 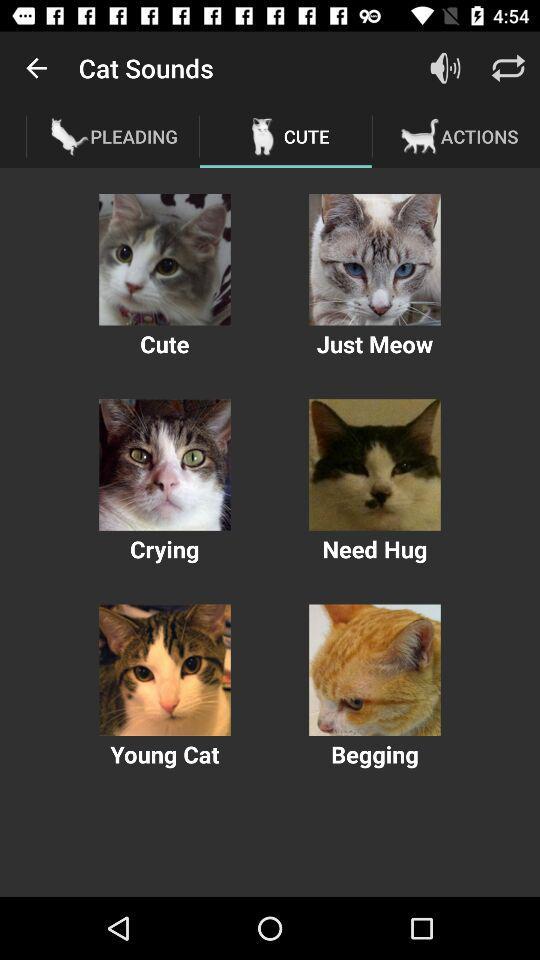 I want to click on sound options, so click(x=164, y=670).